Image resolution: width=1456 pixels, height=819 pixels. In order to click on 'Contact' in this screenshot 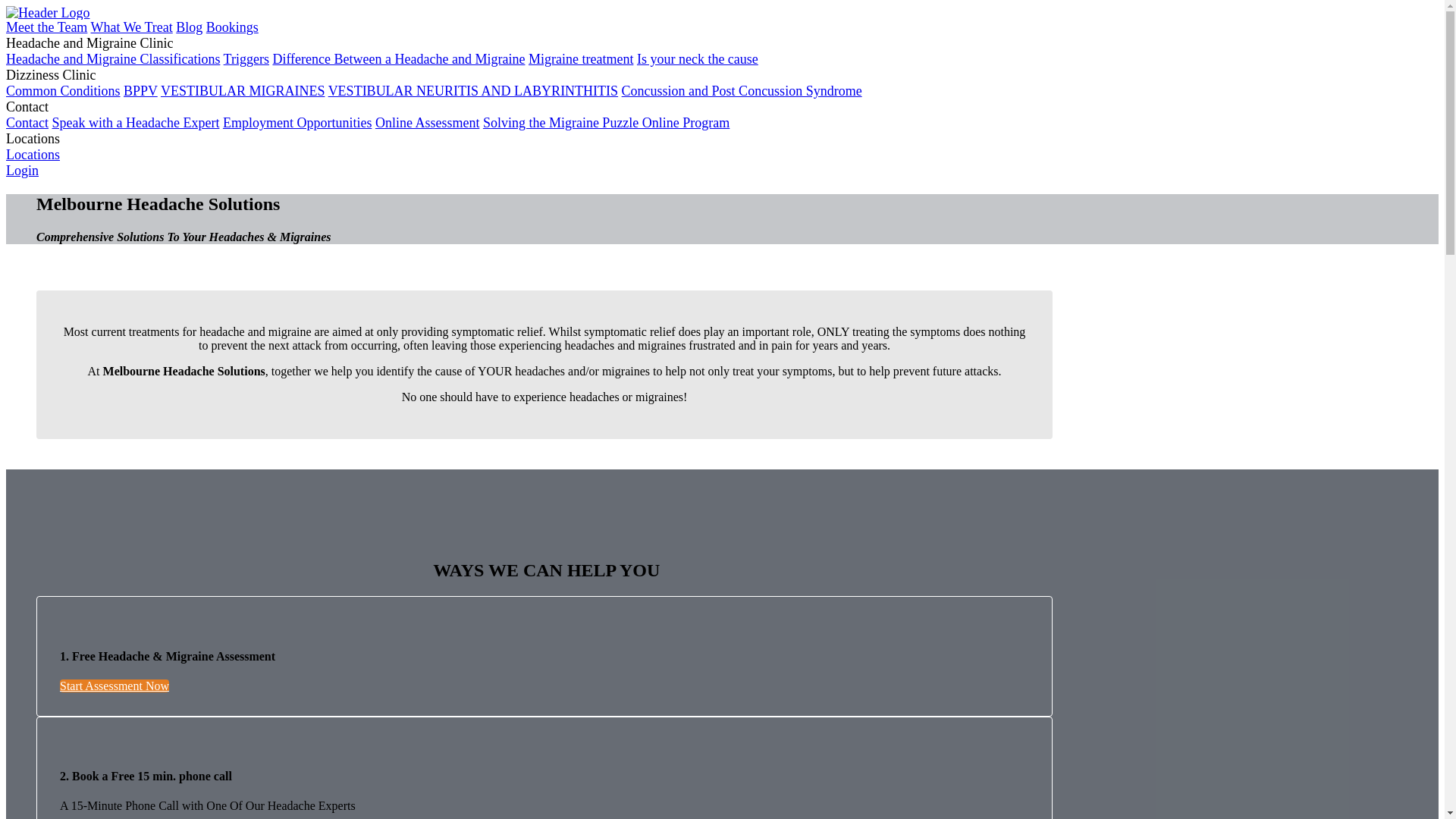, I will do `click(27, 106)`.